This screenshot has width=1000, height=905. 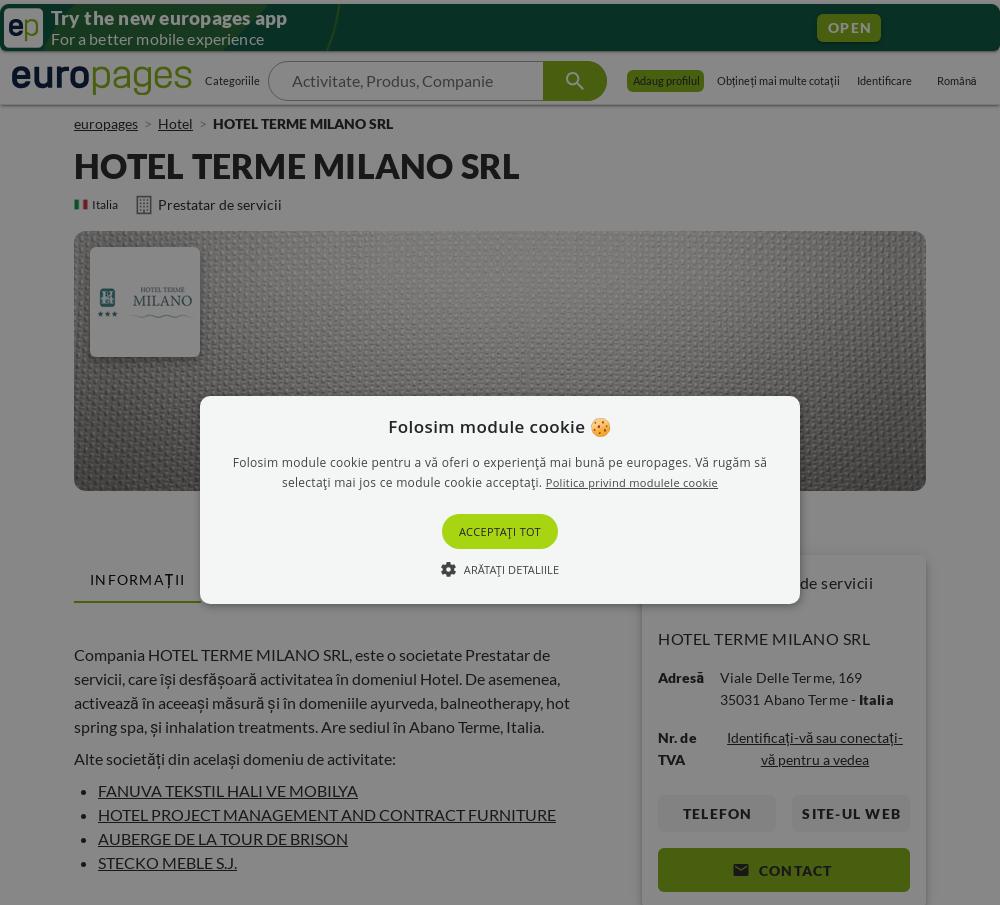 What do you see at coordinates (884, 80) in the screenshot?
I see `'Identificare'` at bounding box center [884, 80].